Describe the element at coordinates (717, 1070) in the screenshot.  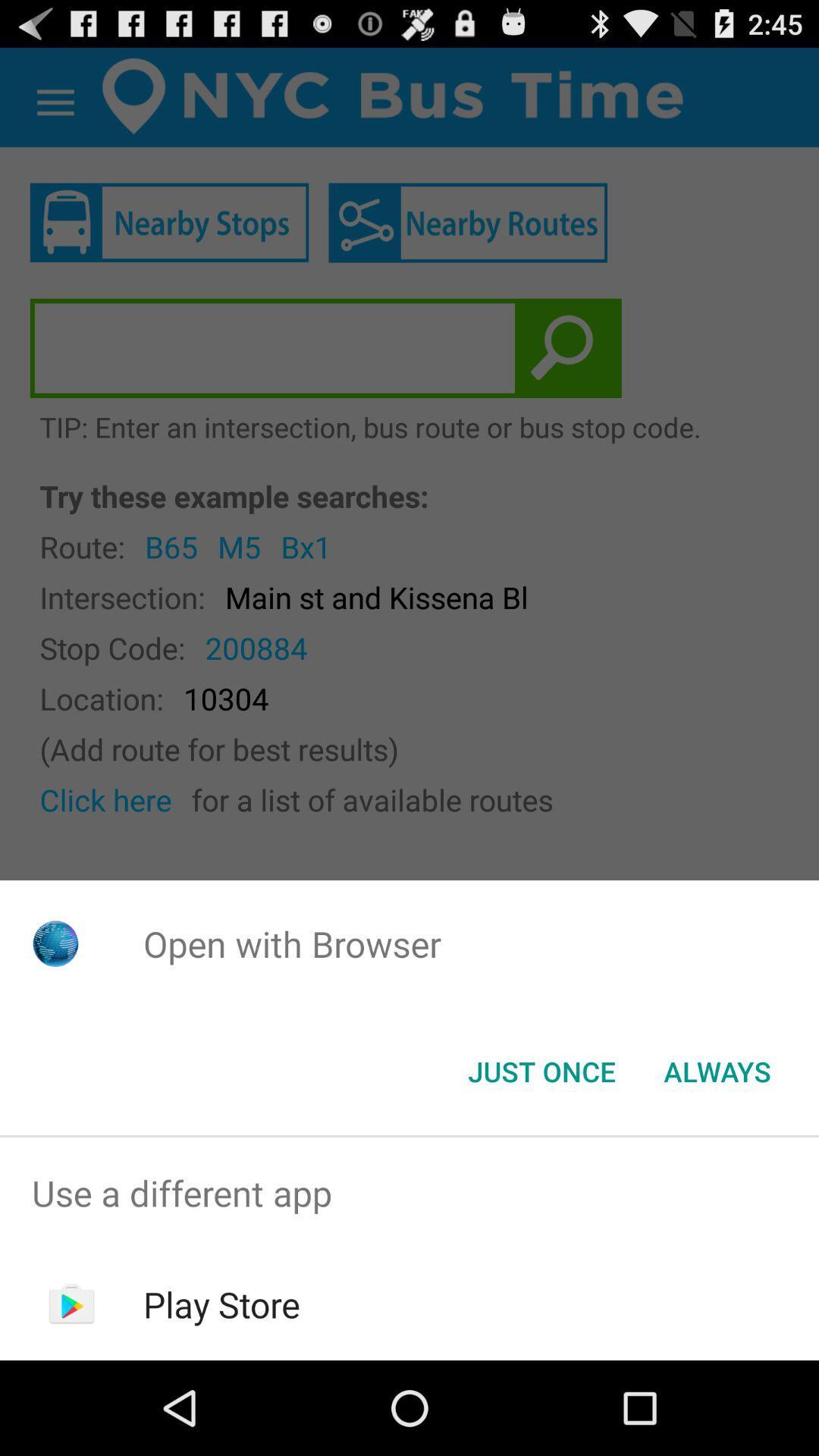
I see `the always icon` at that location.